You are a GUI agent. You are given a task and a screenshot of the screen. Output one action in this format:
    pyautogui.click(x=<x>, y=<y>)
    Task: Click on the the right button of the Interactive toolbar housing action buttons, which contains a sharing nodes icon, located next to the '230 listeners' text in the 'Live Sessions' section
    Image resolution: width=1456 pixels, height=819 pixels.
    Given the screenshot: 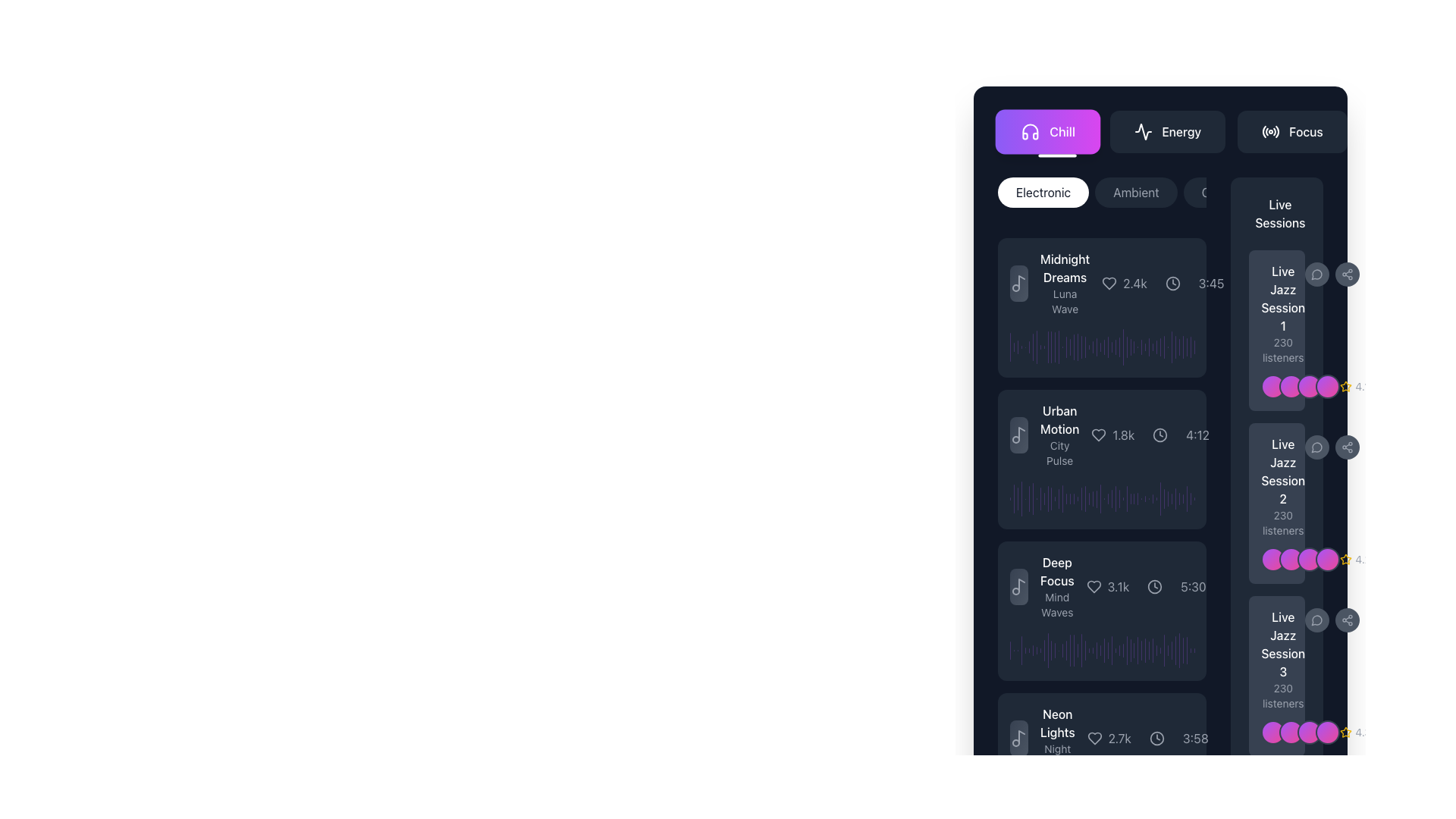 What is the action you would take?
    pyautogui.click(x=1332, y=447)
    